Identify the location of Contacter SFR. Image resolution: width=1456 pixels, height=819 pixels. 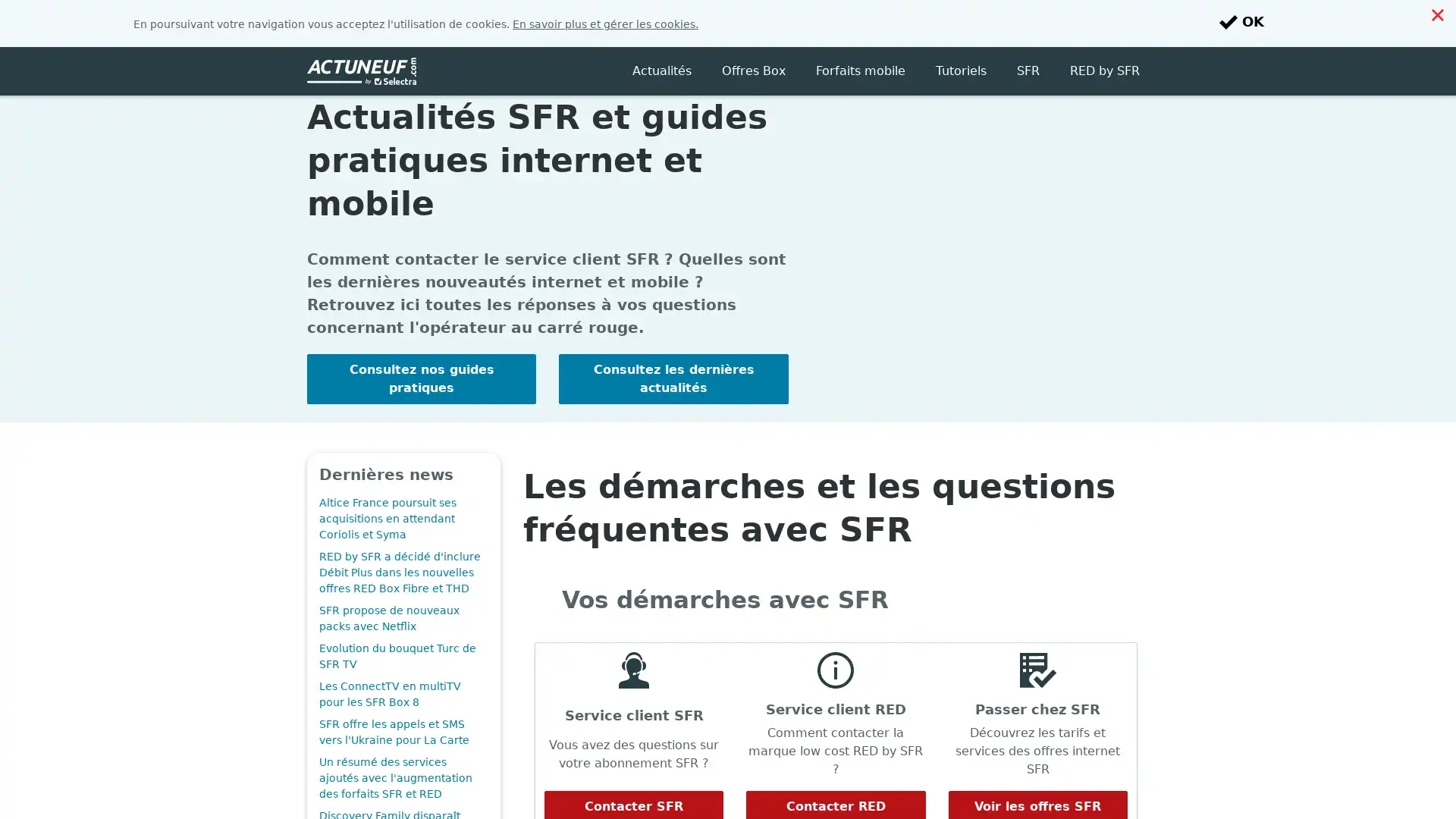
(633, 760).